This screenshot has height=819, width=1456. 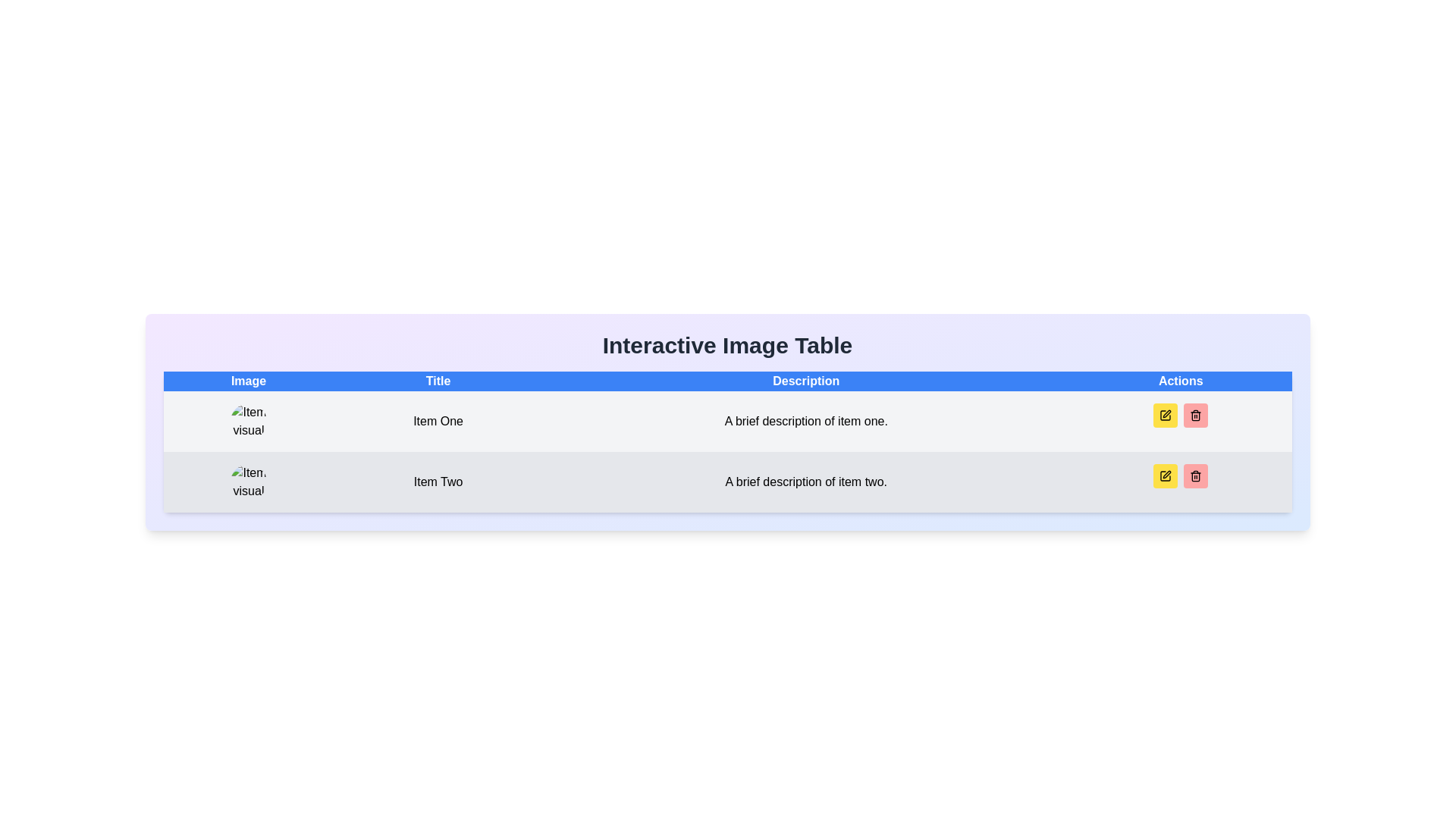 What do you see at coordinates (805, 421) in the screenshot?
I see `text label that contains 'A brief description of item one.' located in the first row of the table under the 'Description' column` at bounding box center [805, 421].